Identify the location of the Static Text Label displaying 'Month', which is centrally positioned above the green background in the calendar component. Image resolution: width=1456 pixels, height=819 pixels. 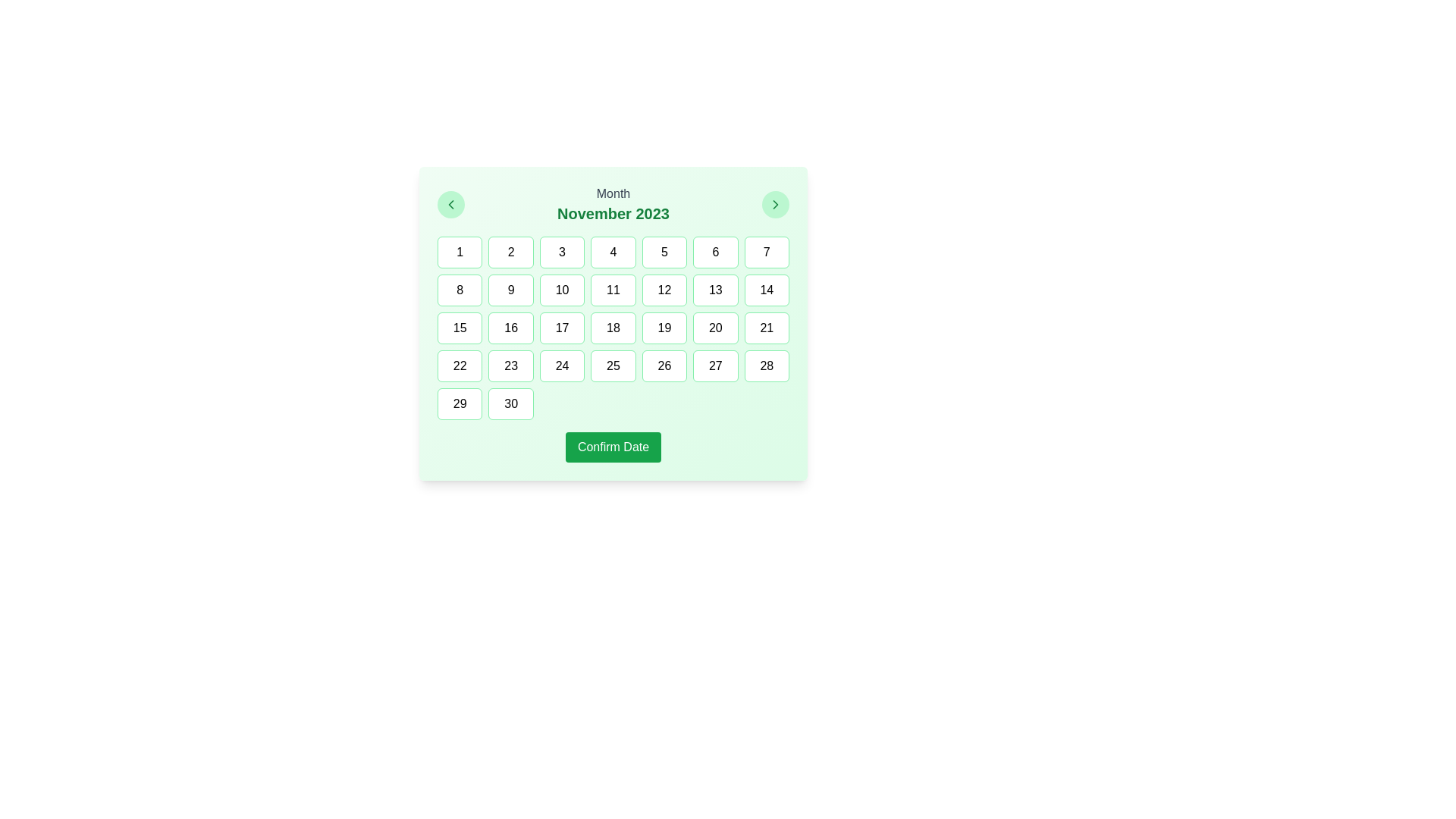
(613, 193).